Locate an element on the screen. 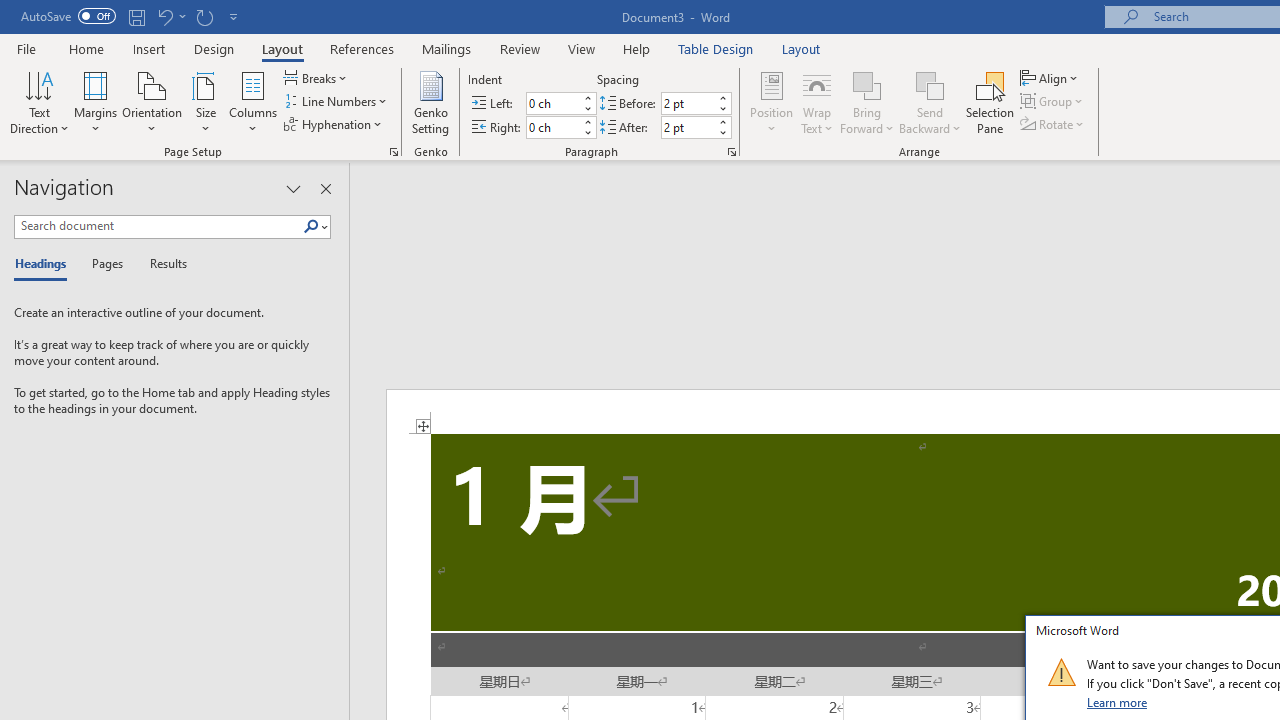 The width and height of the screenshot is (1280, 720). 'File Tab' is located at coordinates (26, 47).